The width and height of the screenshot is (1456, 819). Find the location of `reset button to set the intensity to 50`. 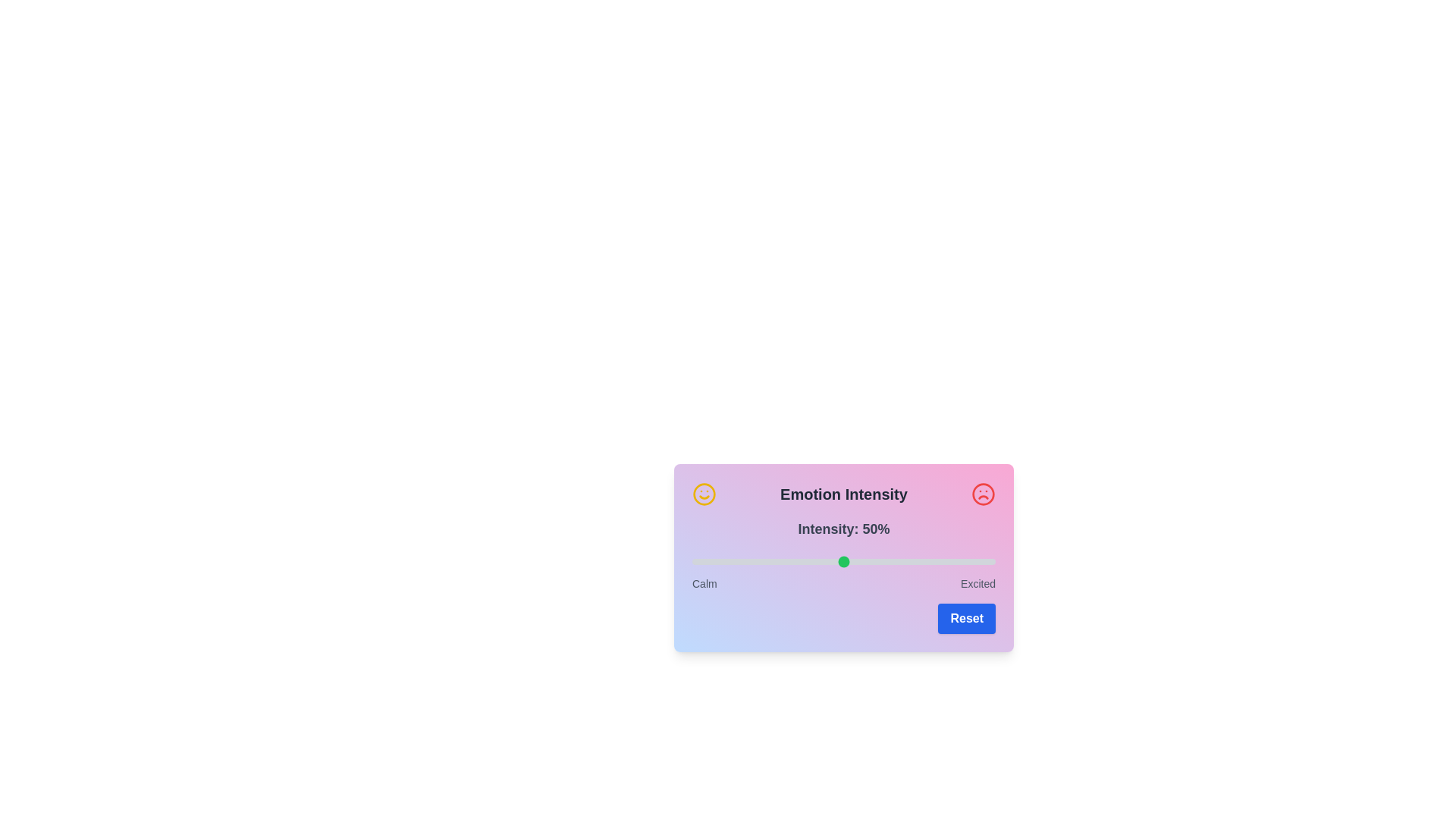

reset button to set the intensity to 50 is located at coordinates (966, 619).